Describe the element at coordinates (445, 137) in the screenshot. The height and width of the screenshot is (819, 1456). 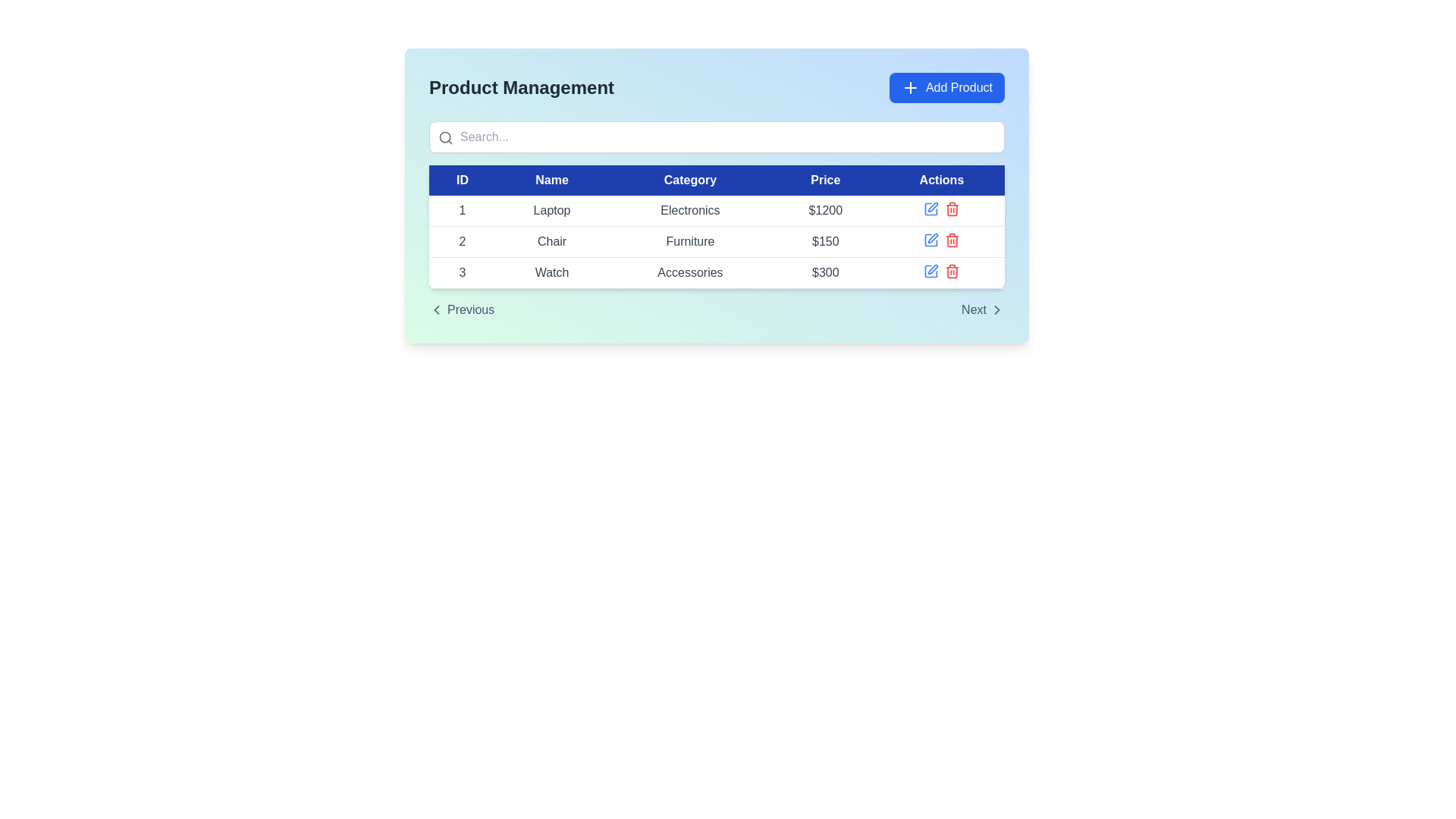
I see `the magnifying glass icon, which represents a search action, located in the search input box under the 'Product Management' heading` at that location.